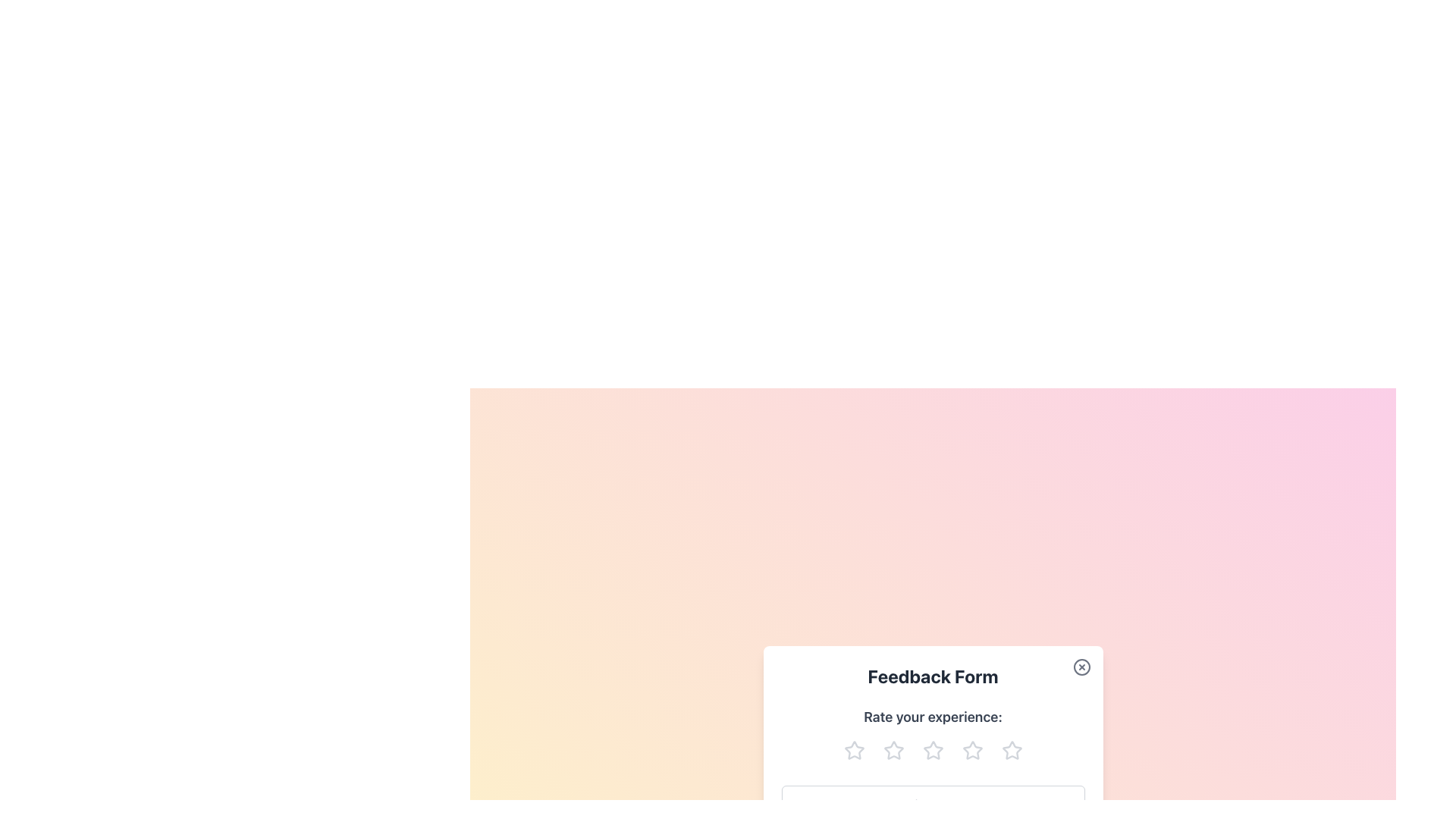 The height and width of the screenshot is (819, 1456). Describe the element at coordinates (854, 751) in the screenshot. I see `the first interactive star rating button to scale it, allowing the user to visually select their rating` at that location.